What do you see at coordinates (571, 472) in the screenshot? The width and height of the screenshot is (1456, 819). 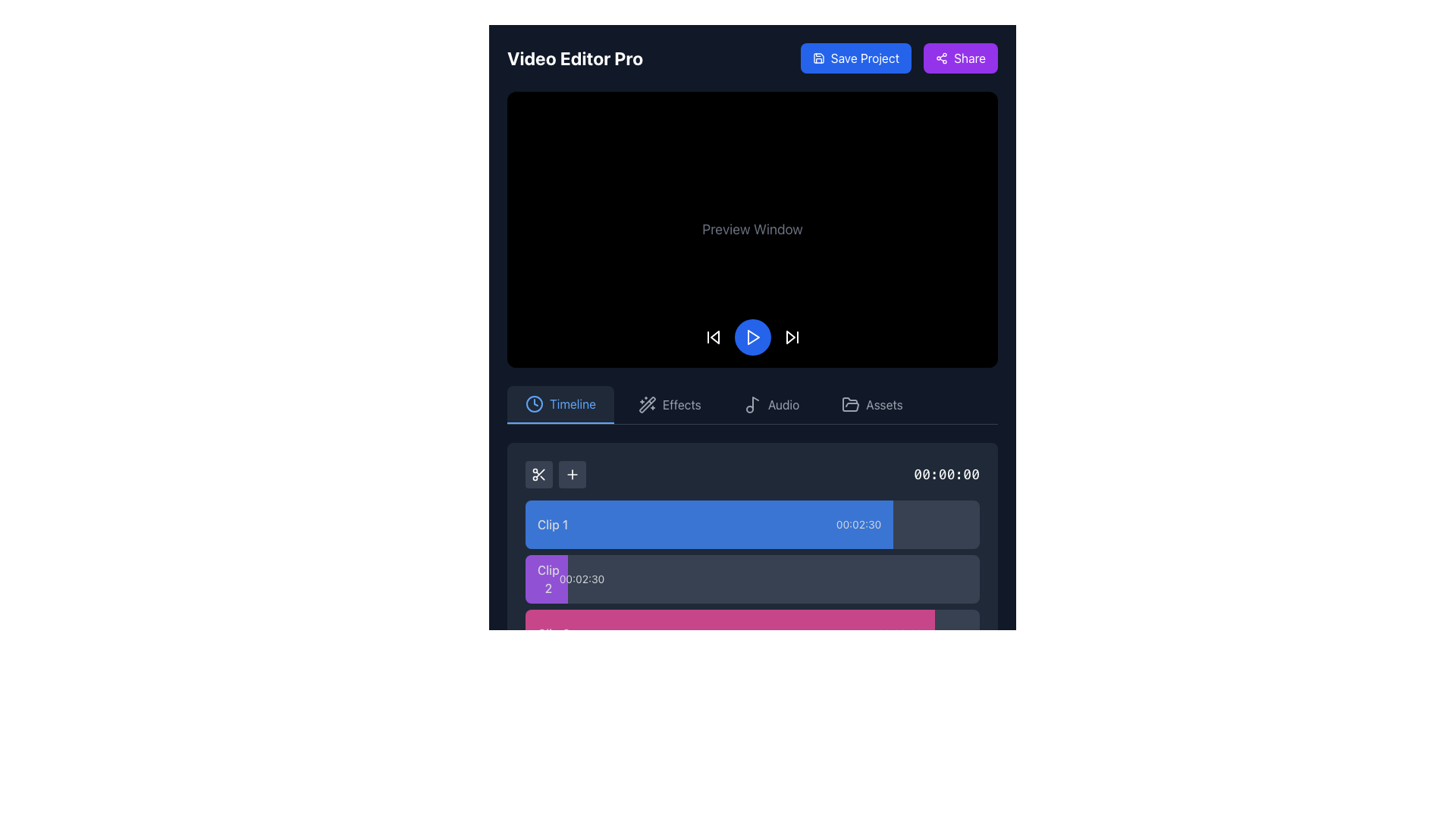 I see `the button located near the top-left of the timeline panel` at bounding box center [571, 472].